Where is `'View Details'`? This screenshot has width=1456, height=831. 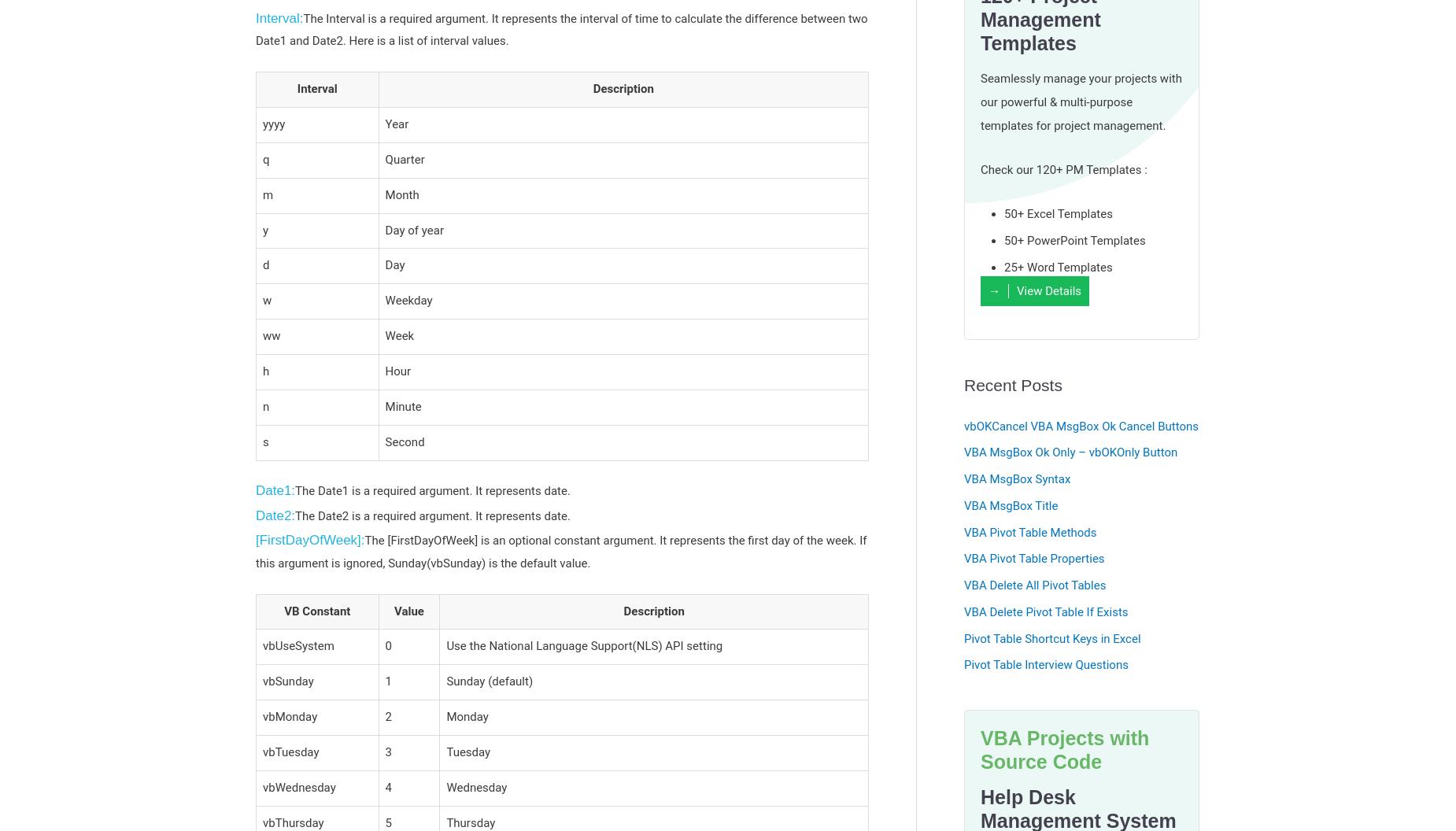
'View Details' is located at coordinates (1048, 289).